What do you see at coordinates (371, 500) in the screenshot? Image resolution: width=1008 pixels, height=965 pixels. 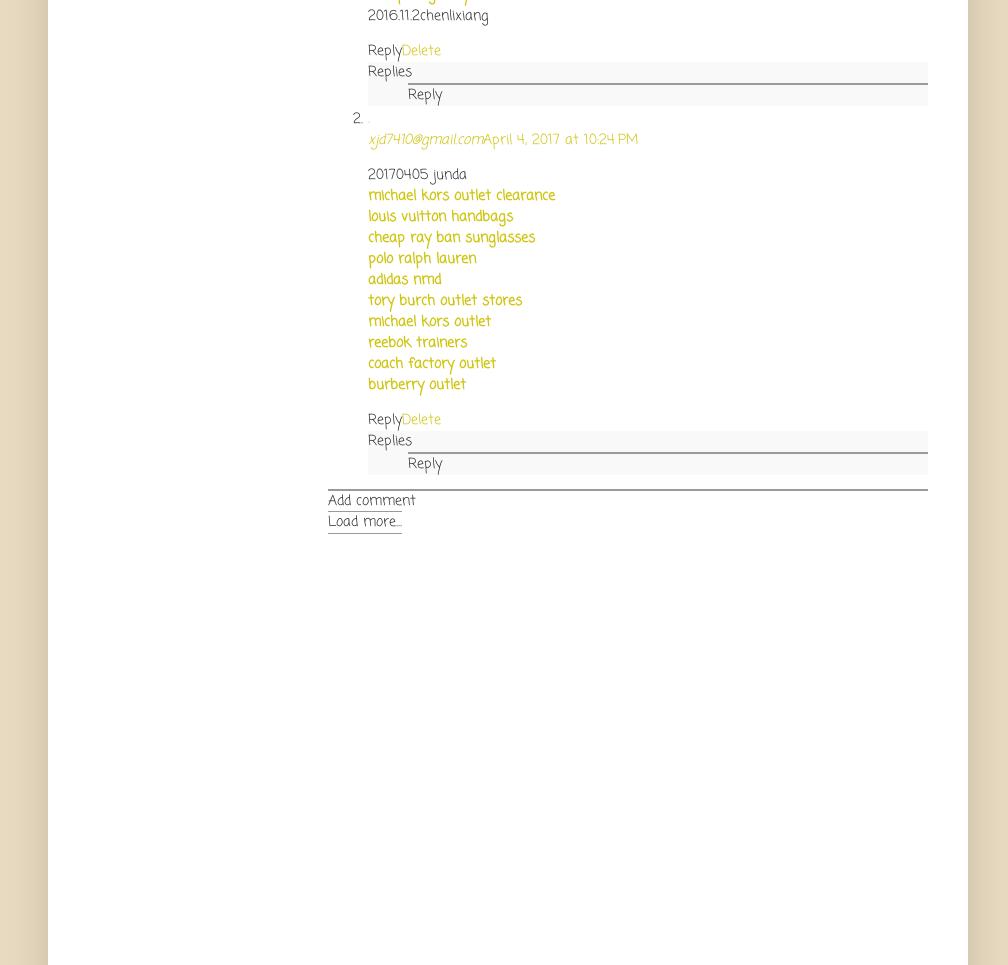 I see `'Add comment'` at bounding box center [371, 500].